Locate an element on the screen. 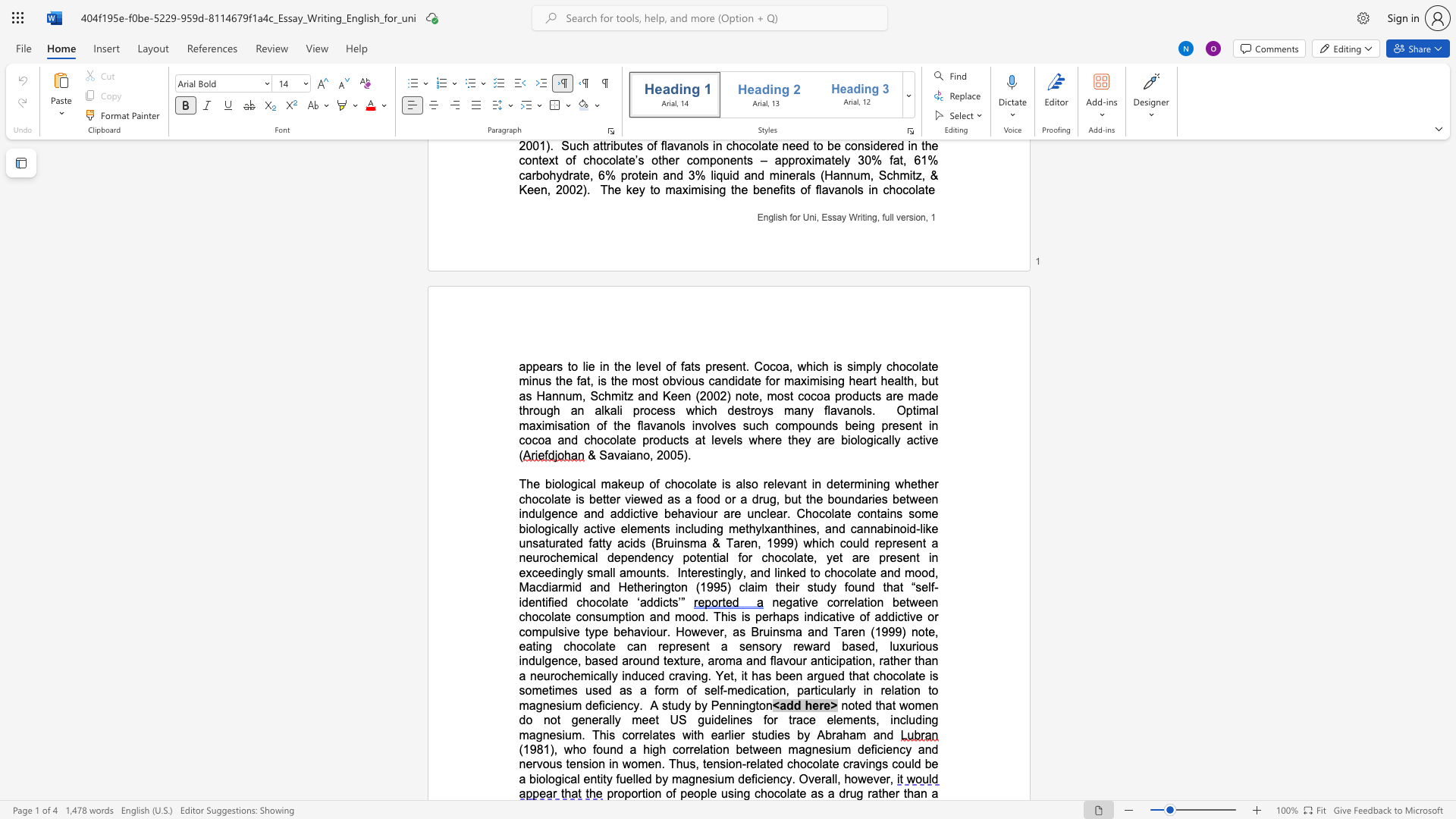 The image size is (1456, 819). the subset text "rhap" within the text "perhaps indicative" is located at coordinates (768, 617).